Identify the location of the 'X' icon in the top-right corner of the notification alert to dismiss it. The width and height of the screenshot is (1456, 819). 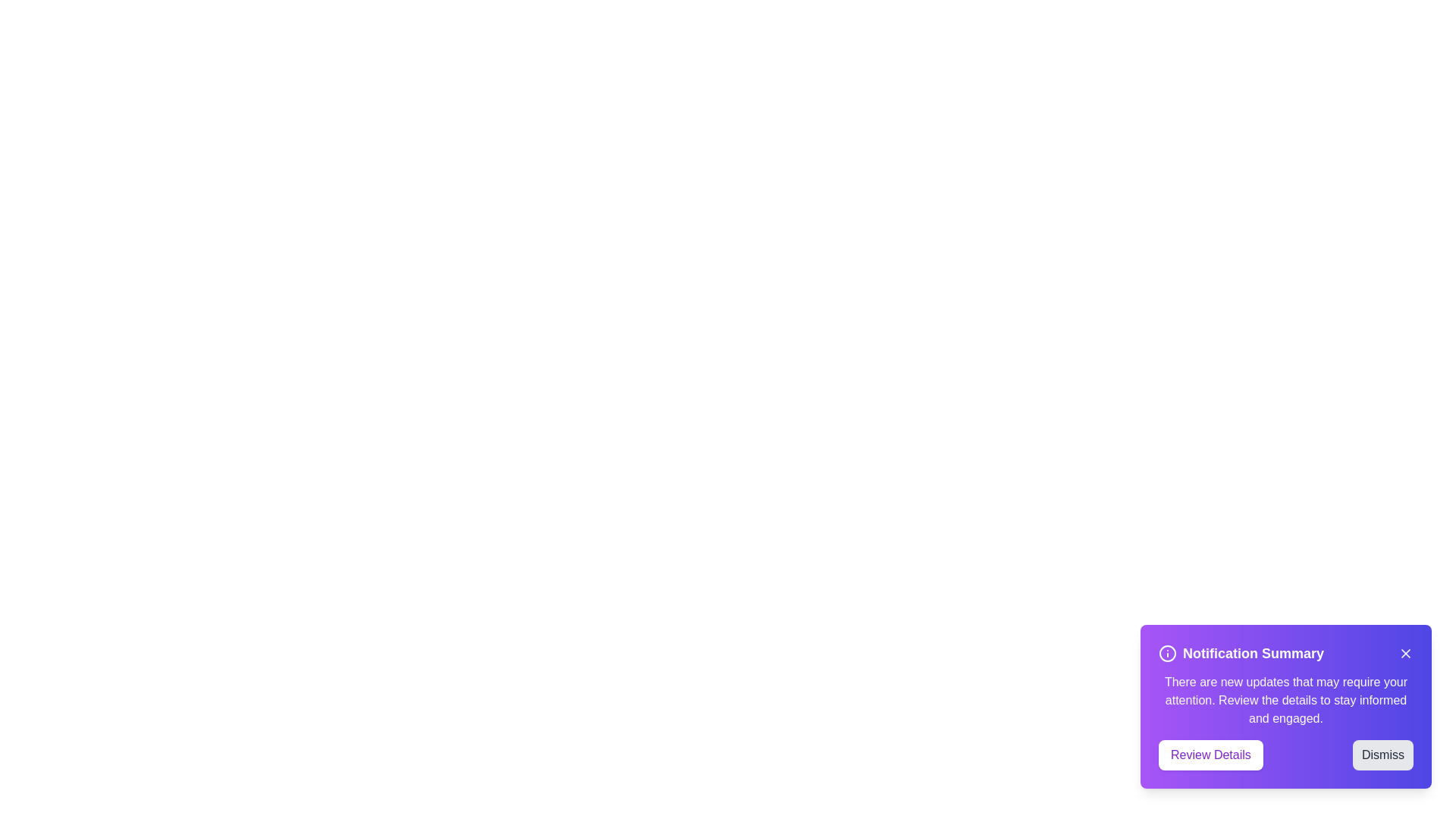
(1404, 652).